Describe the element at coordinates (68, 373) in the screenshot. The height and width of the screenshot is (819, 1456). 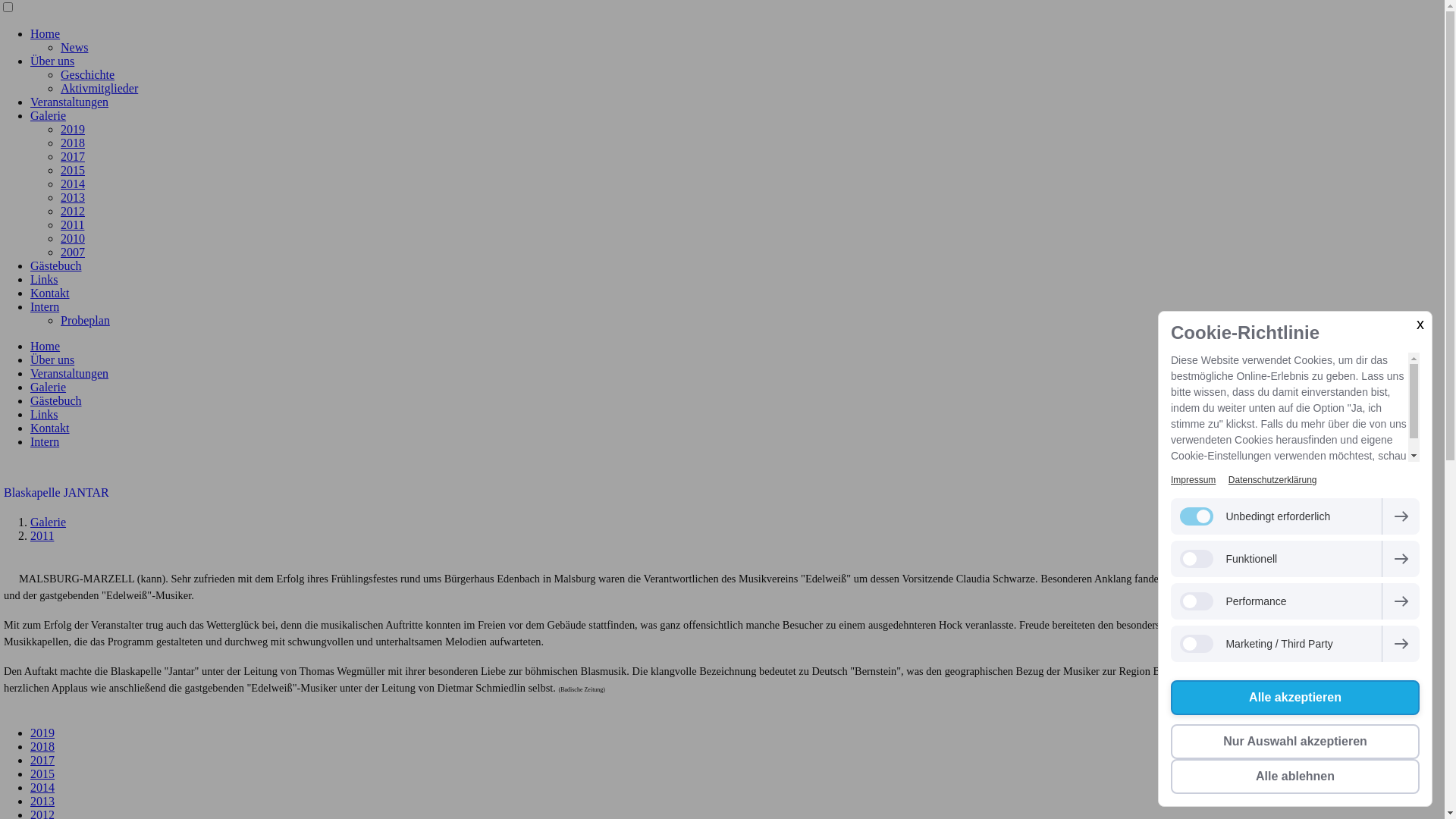
I see `'Veranstaltungen'` at that location.